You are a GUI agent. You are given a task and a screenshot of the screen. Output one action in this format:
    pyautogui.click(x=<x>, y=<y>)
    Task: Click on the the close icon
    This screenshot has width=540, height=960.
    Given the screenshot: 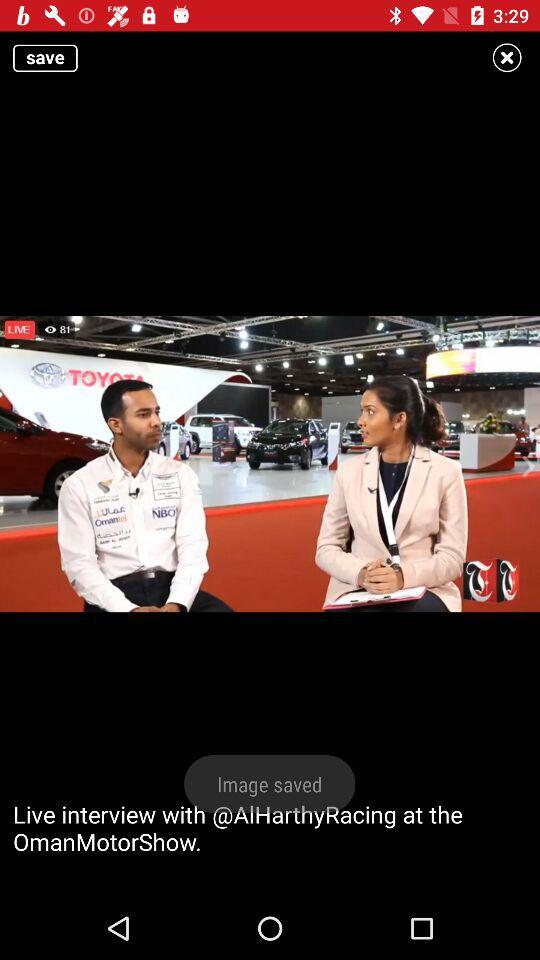 What is the action you would take?
    pyautogui.click(x=499, y=56)
    